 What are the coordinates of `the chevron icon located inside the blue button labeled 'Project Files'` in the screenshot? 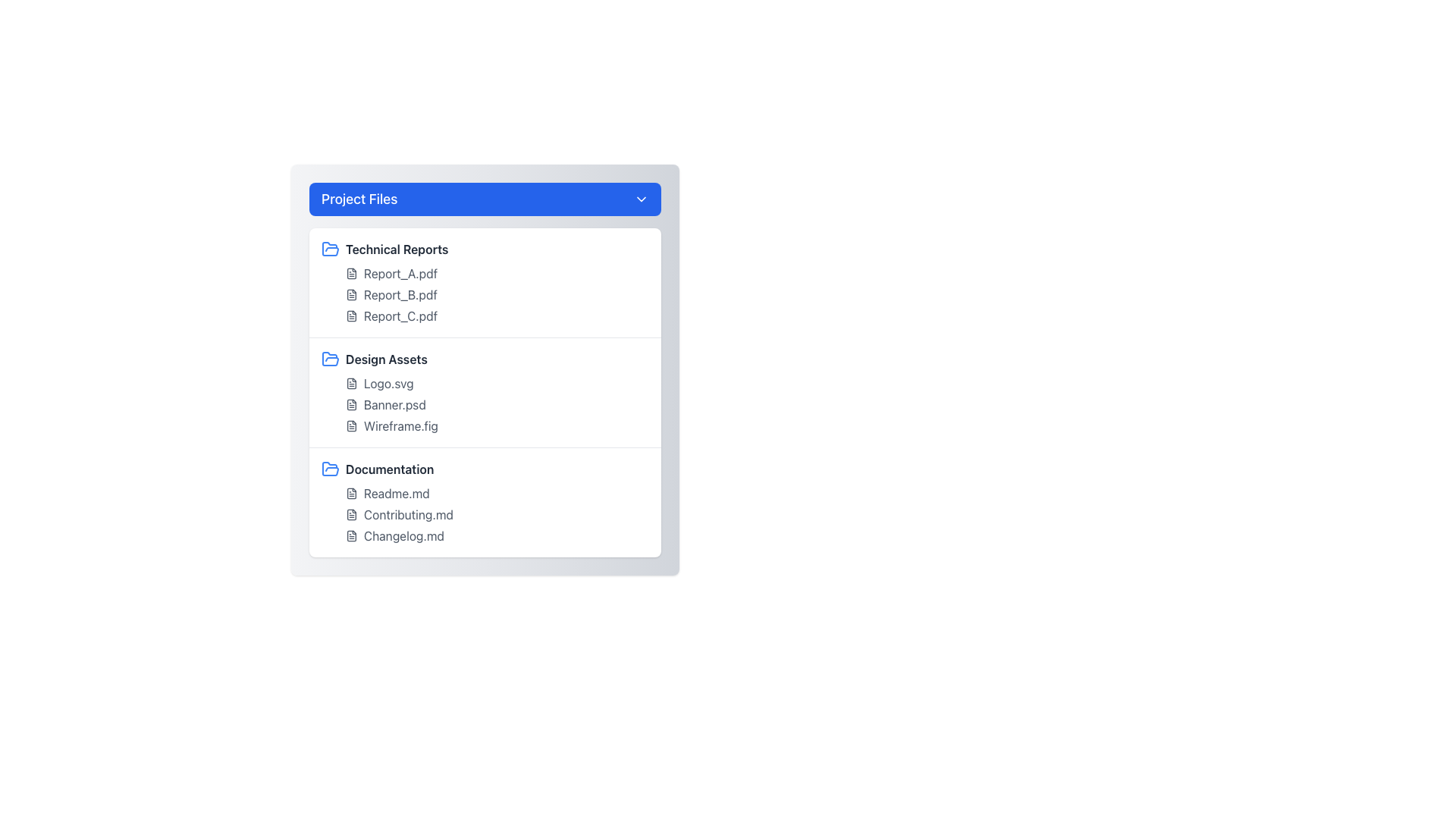 It's located at (641, 198).